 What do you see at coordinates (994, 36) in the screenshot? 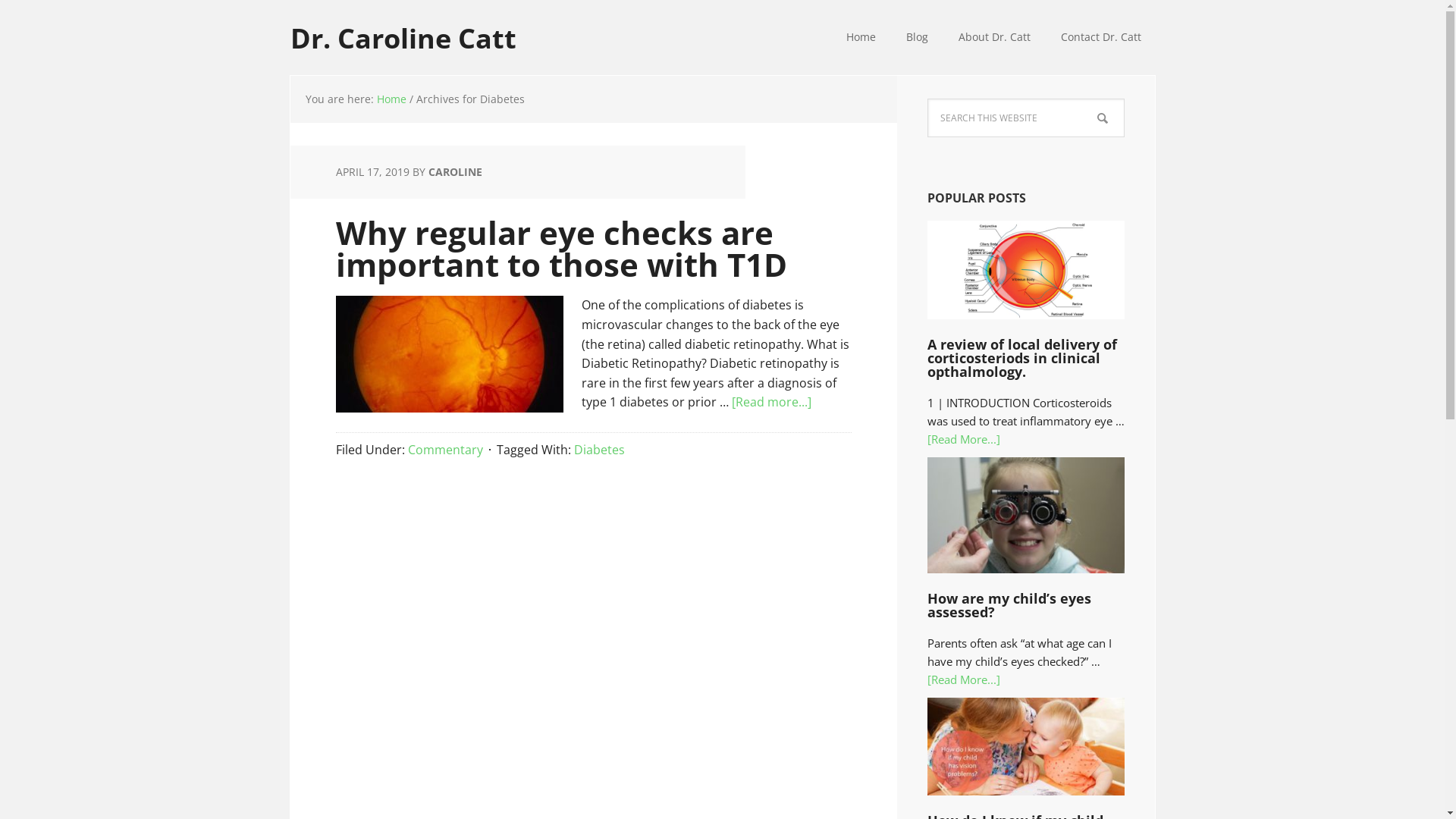
I see `'About Dr. Catt'` at bounding box center [994, 36].